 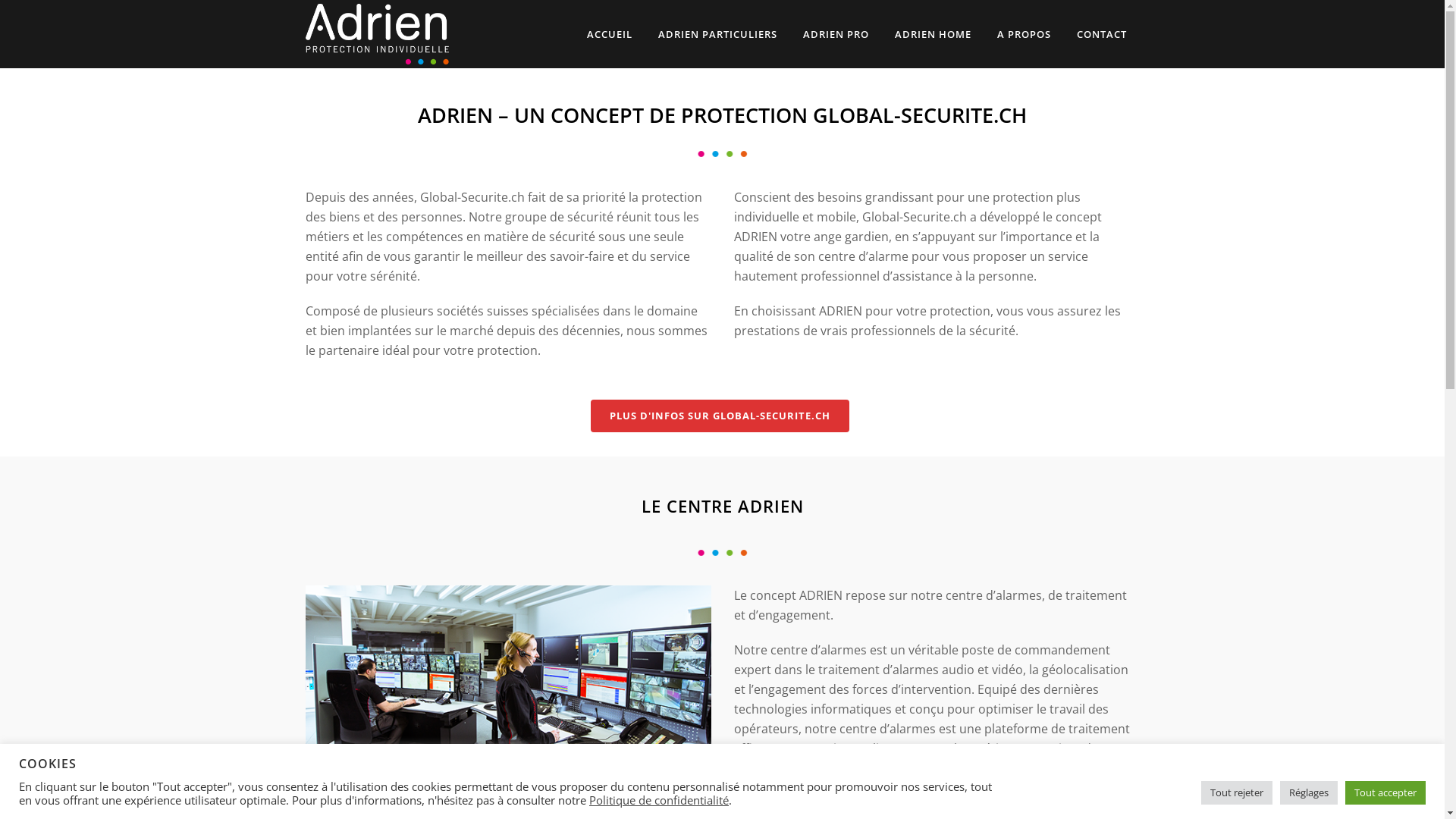 I want to click on 'ADRIEN PRO', so click(x=835, y=34).